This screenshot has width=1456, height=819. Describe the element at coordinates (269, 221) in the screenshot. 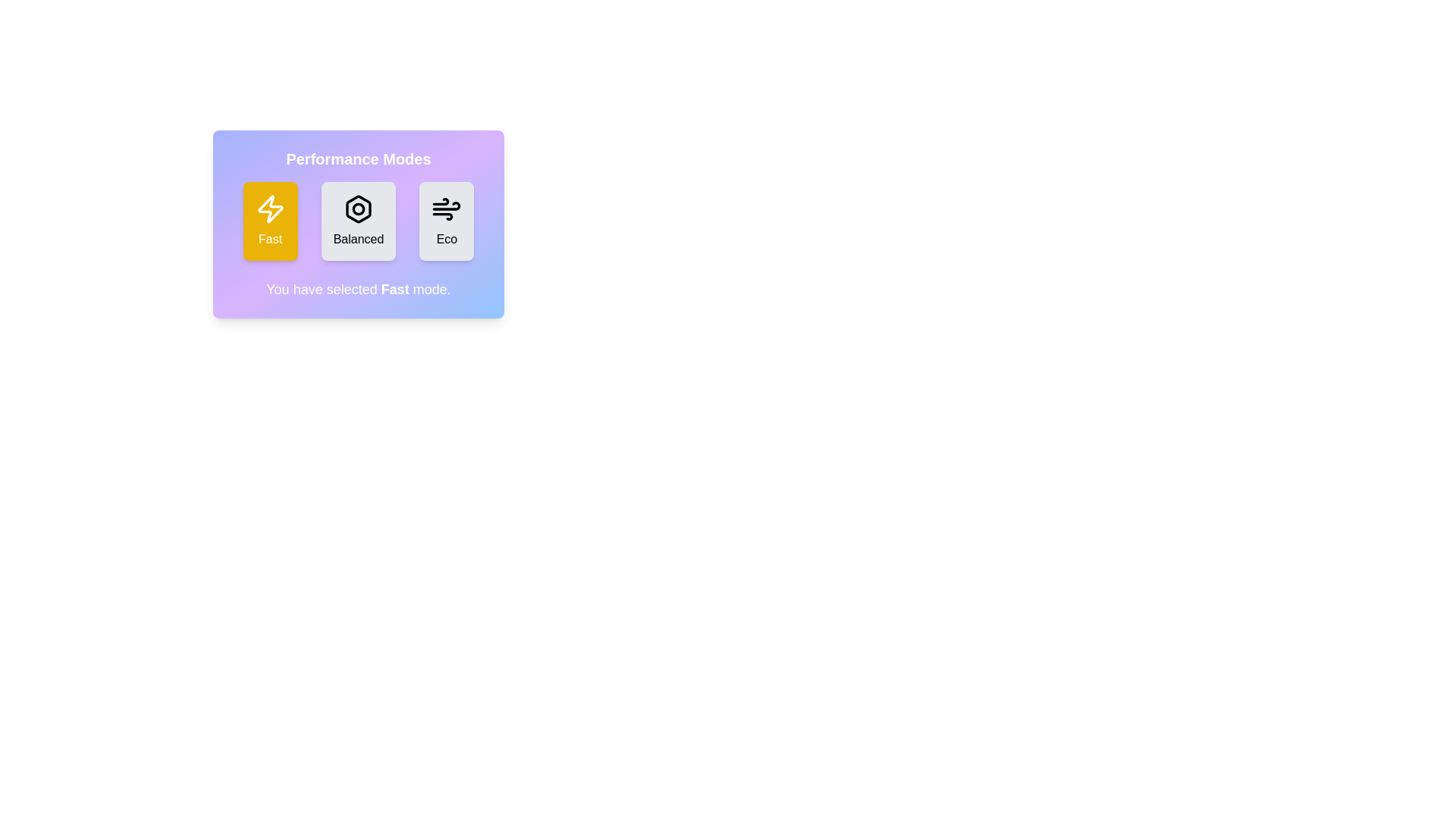

I see `the mode by clicking on the corresponding button. The parameter Fast specifies the mode to select, which can be 'Fast', 'Balanced', or 'Eco'` at that location.